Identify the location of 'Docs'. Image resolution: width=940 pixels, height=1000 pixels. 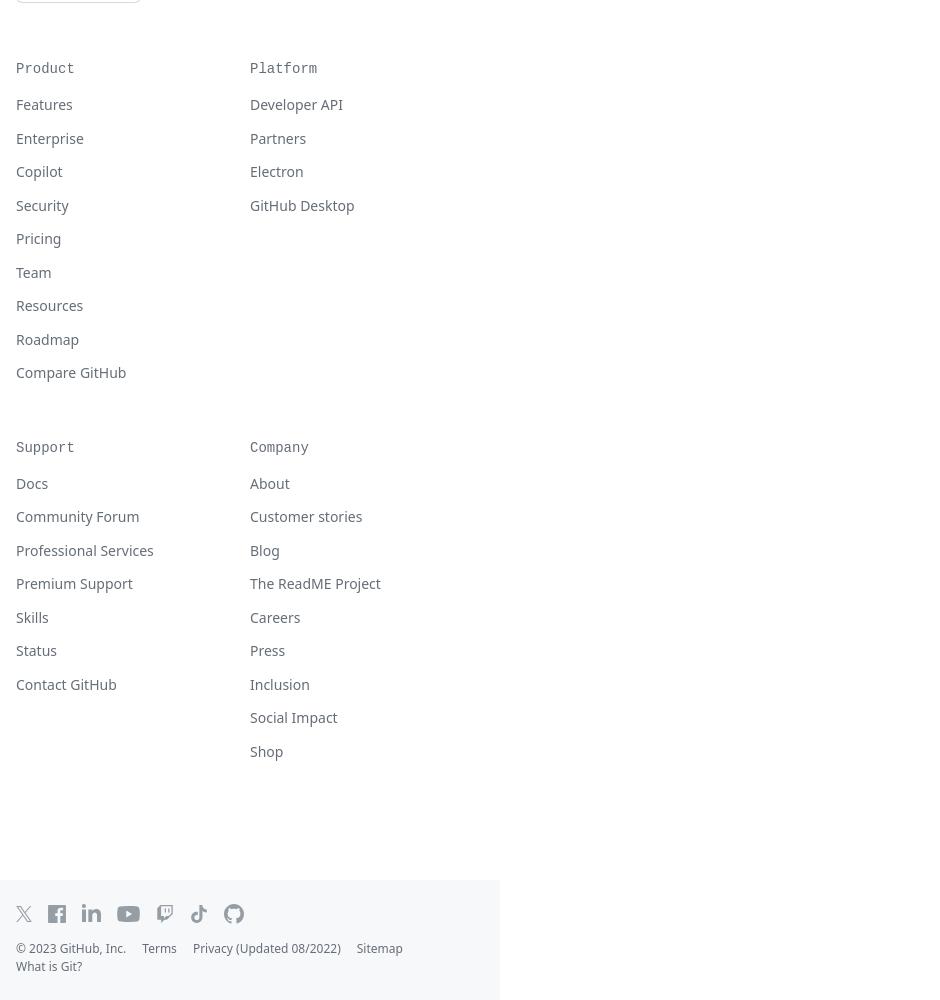
(31, 481).